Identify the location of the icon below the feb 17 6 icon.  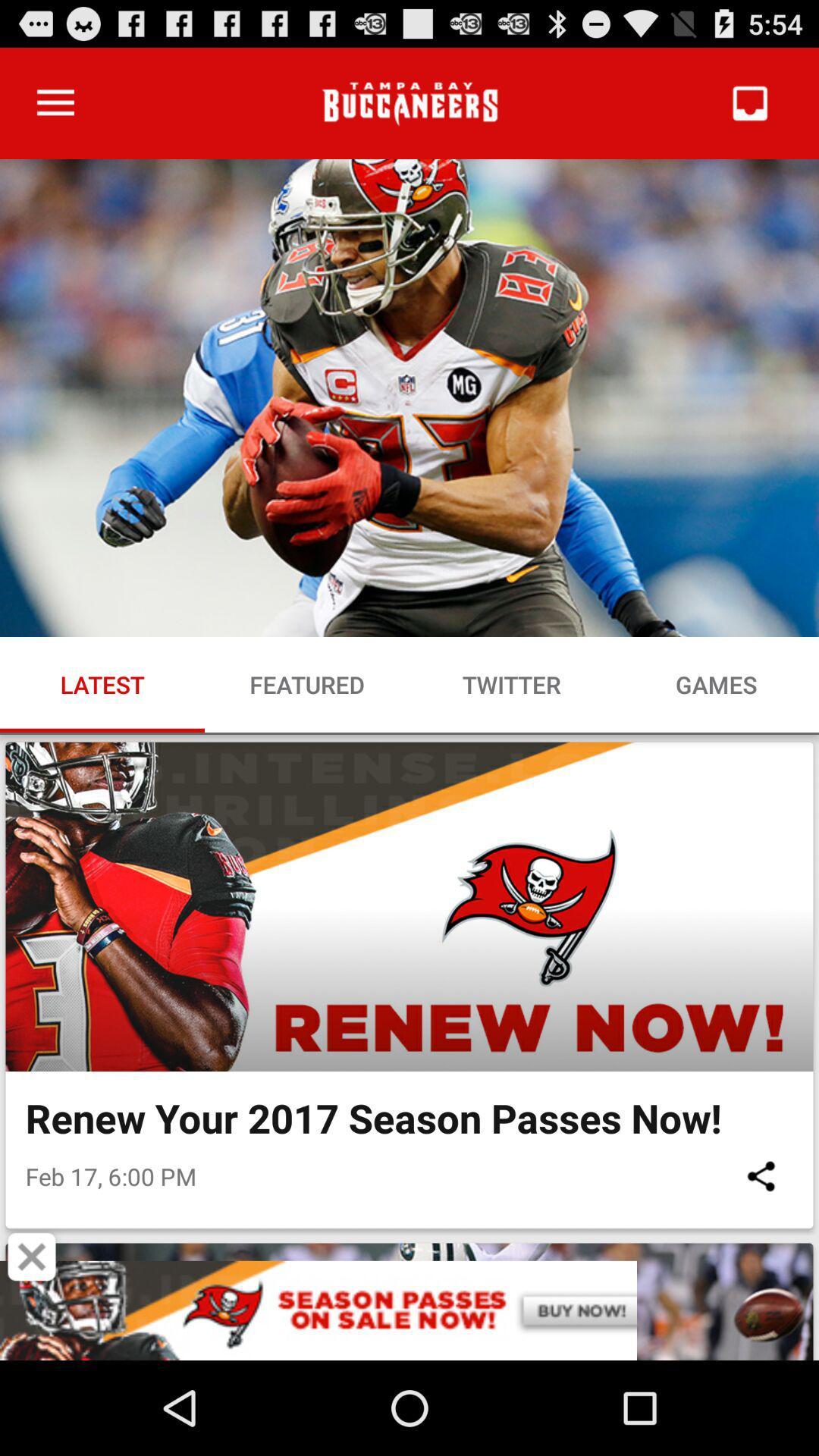
(32, 1257).